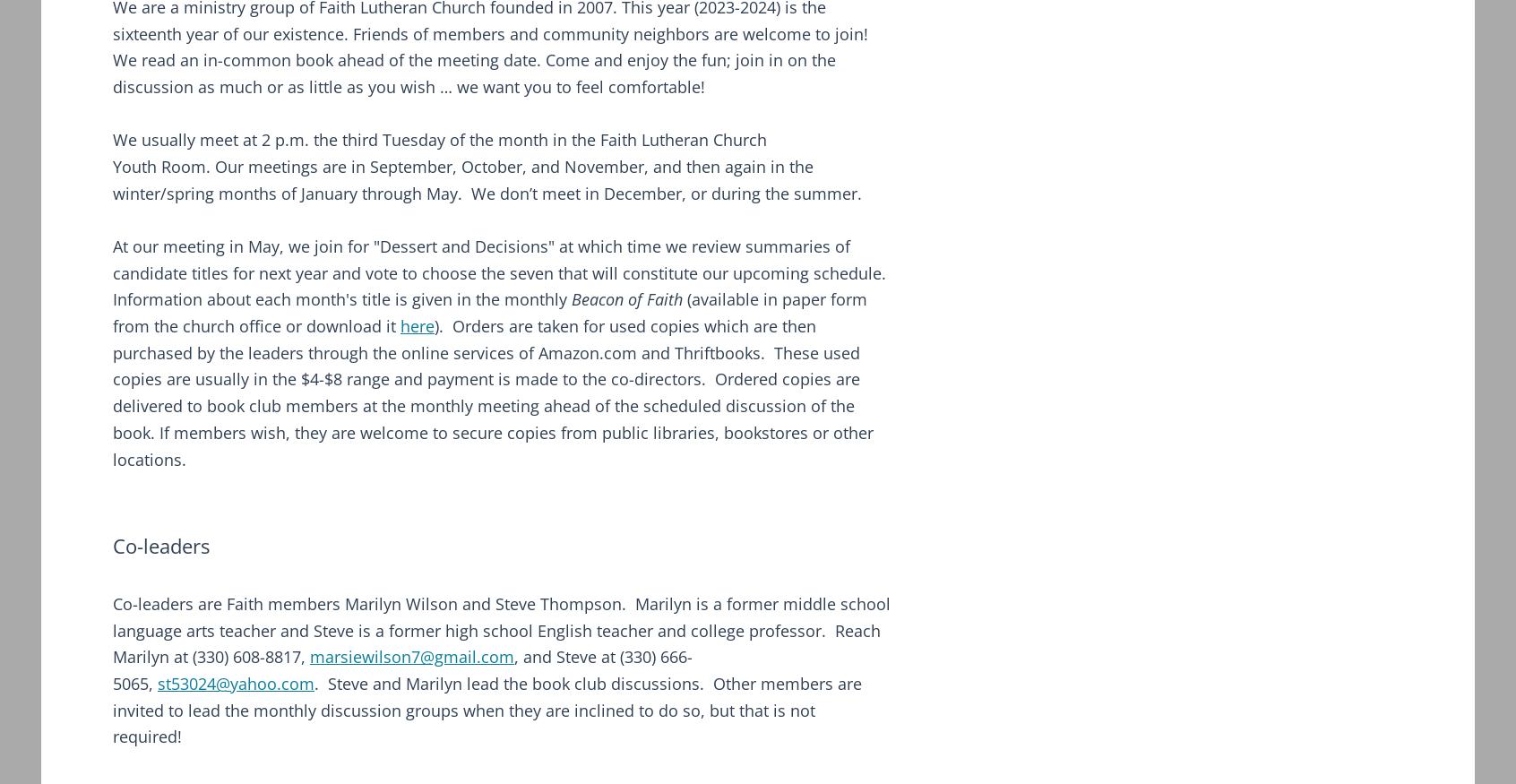  Describe the element at coordinates (626, 298) in the screenshot. I see `'Beacon of Faith'` at that location.